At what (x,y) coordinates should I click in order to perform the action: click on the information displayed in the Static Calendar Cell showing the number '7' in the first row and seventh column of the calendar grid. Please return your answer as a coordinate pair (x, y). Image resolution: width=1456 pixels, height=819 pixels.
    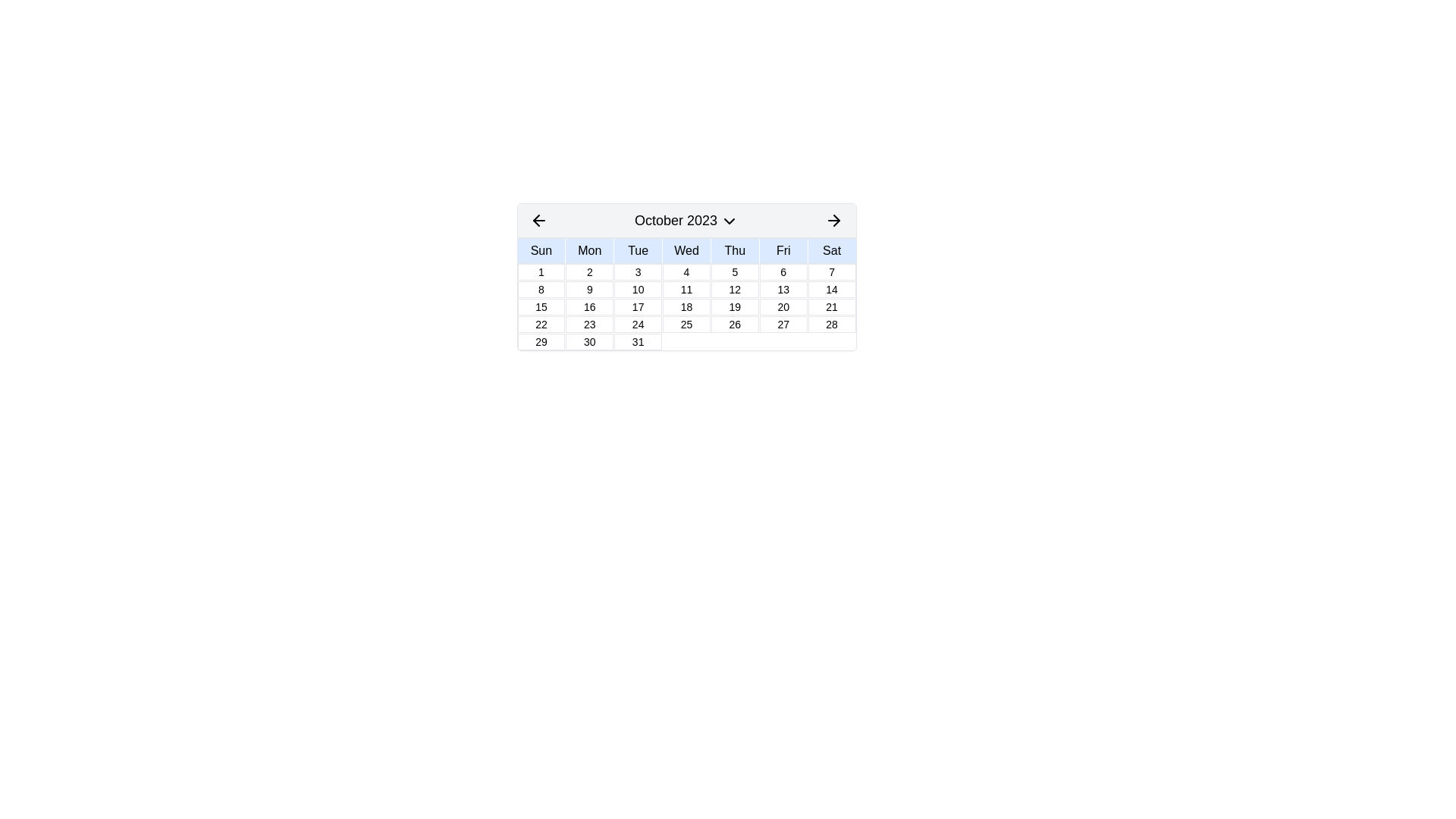
    Looking at the image, I should click on (831, 271).